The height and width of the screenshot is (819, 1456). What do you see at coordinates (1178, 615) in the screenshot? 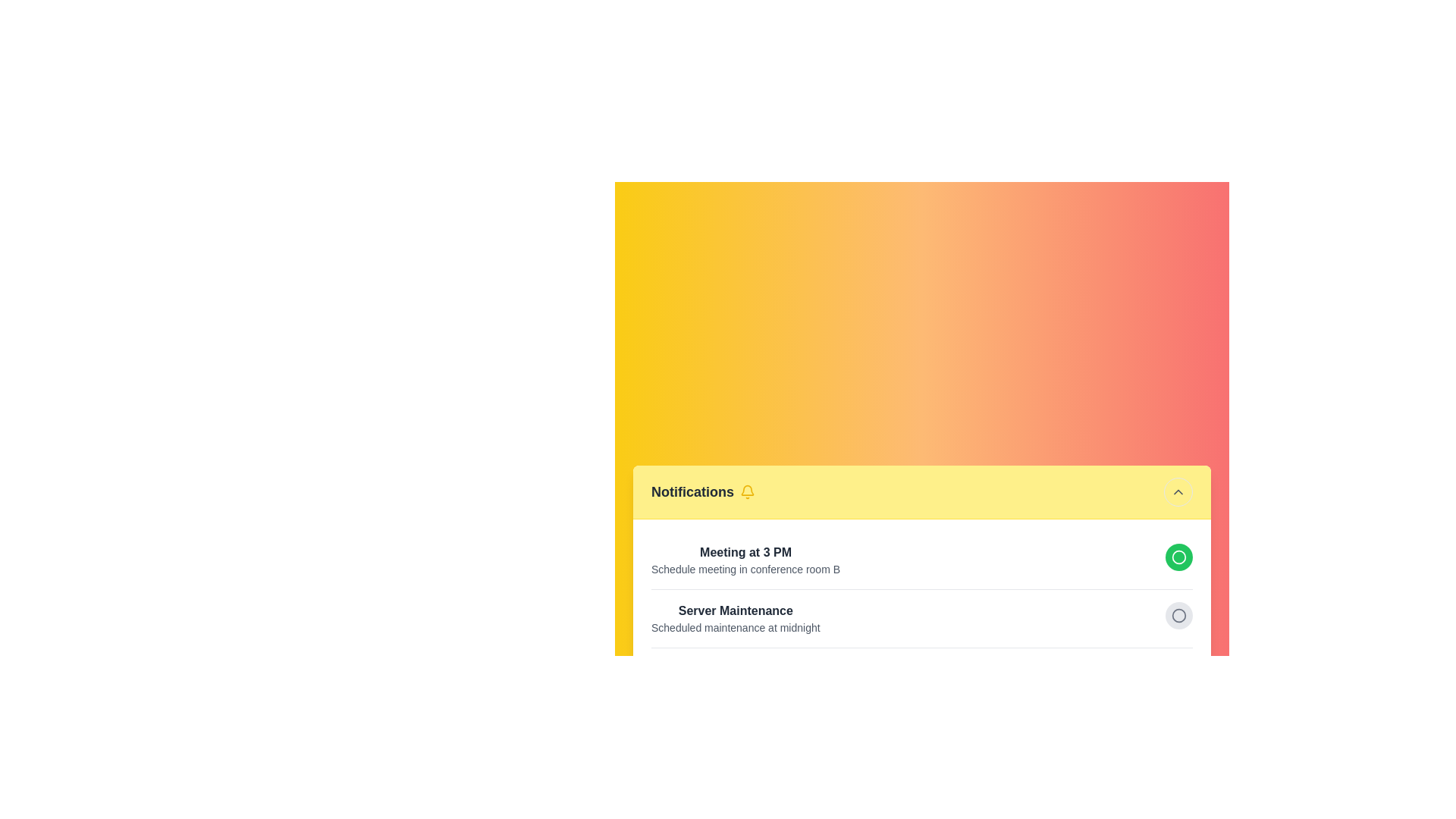
I see `the central circular graphical icon component located in the bottom-right corner of the notification dropdown menu, near the 'Server Maintenance' item, if it is interactive` at bounding box center [1178, 615].